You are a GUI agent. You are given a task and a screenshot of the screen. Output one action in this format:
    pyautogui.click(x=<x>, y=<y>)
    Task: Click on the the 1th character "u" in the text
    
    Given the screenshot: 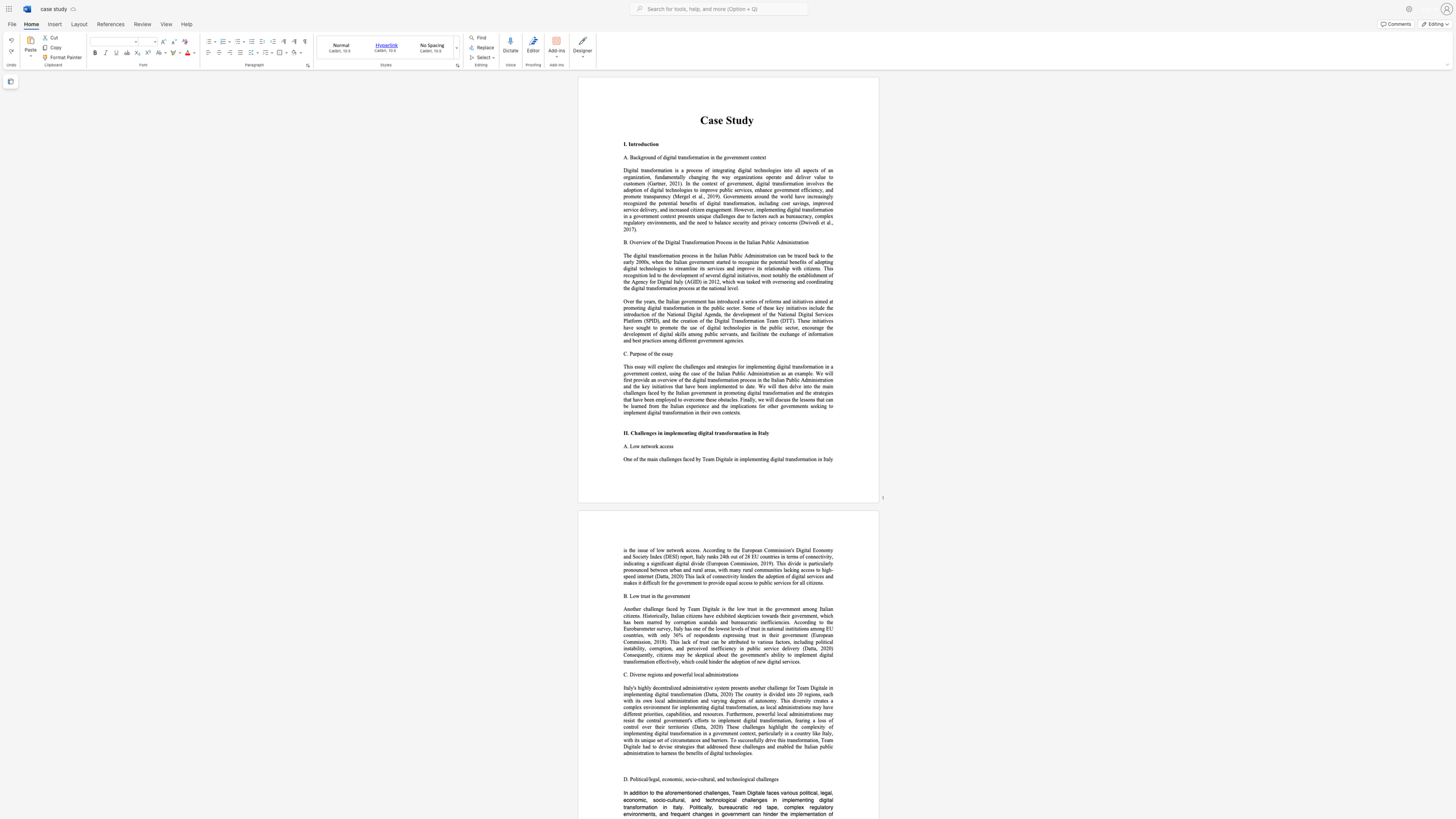 What is the action you would take?
    pyautogui.click(x=739, y=120)
    